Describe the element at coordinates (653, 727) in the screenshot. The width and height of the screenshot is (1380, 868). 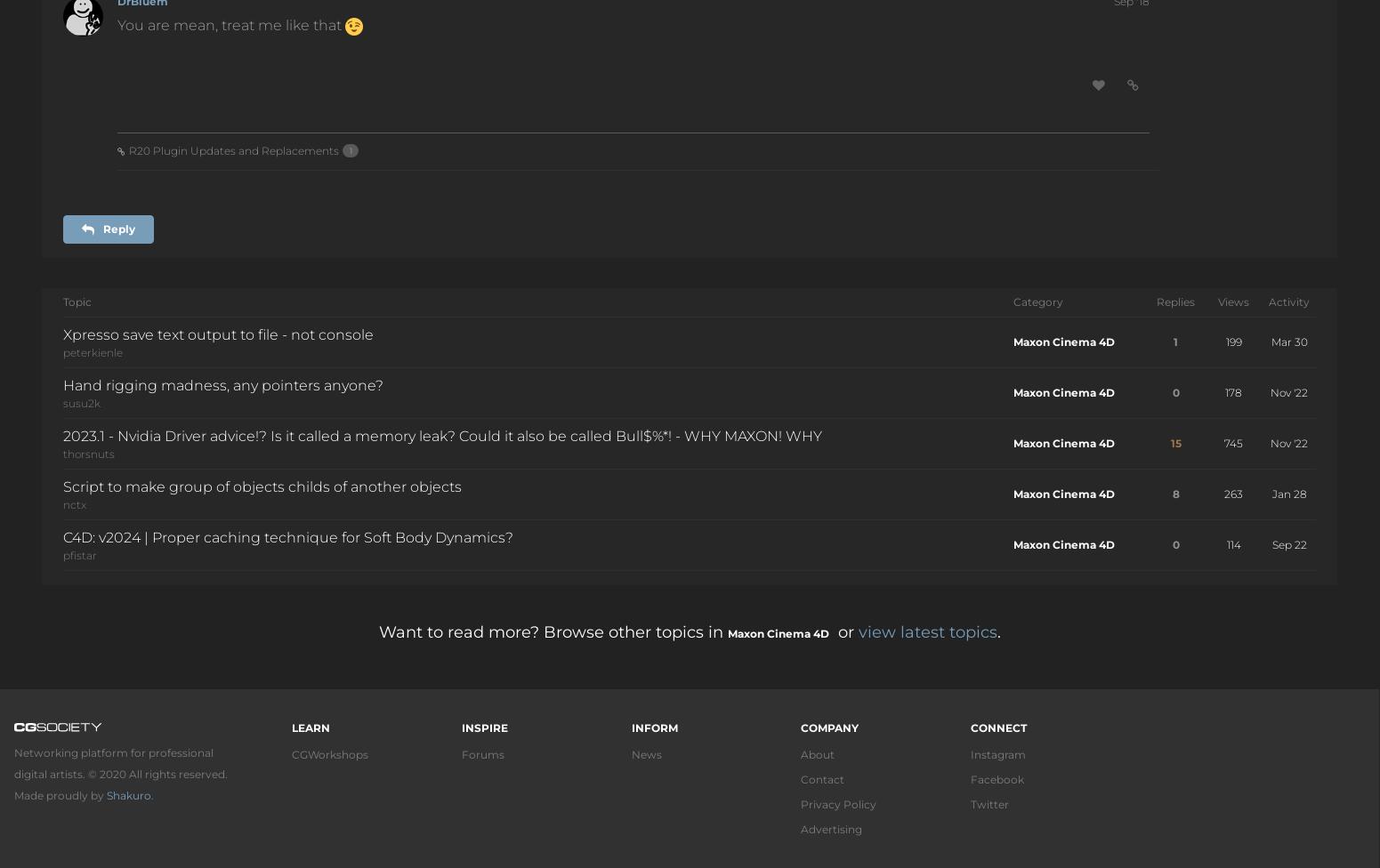
I see `'Inform'` at that location.